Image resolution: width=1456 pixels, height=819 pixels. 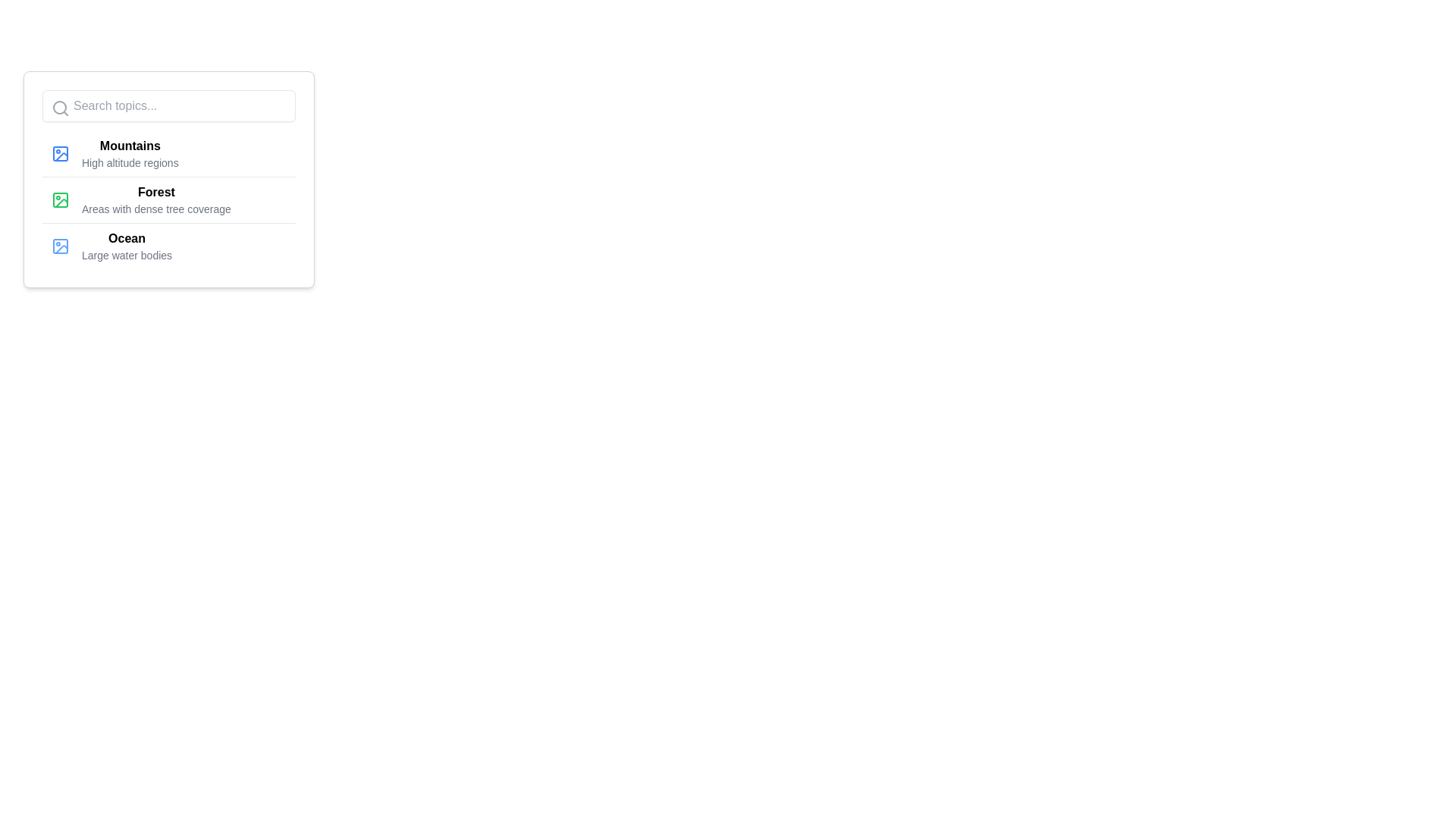 What do you see at coordinates (130, 154) in the screenshot?
I see `the informational label describing 'Mountains', which is the first option in the vertical list of items` at bounding box center [130, 154].